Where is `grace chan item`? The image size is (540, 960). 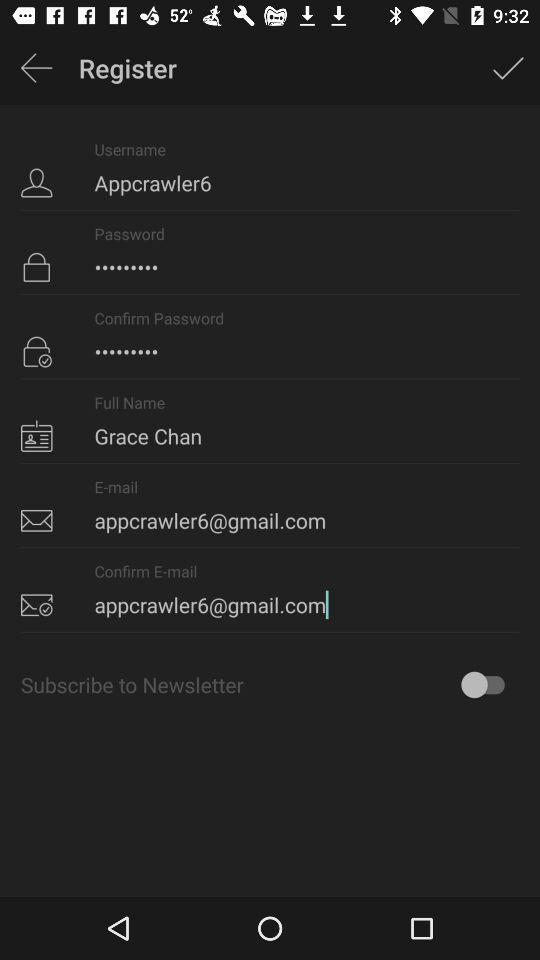 grace chan item is located at coordinates (270, 421).